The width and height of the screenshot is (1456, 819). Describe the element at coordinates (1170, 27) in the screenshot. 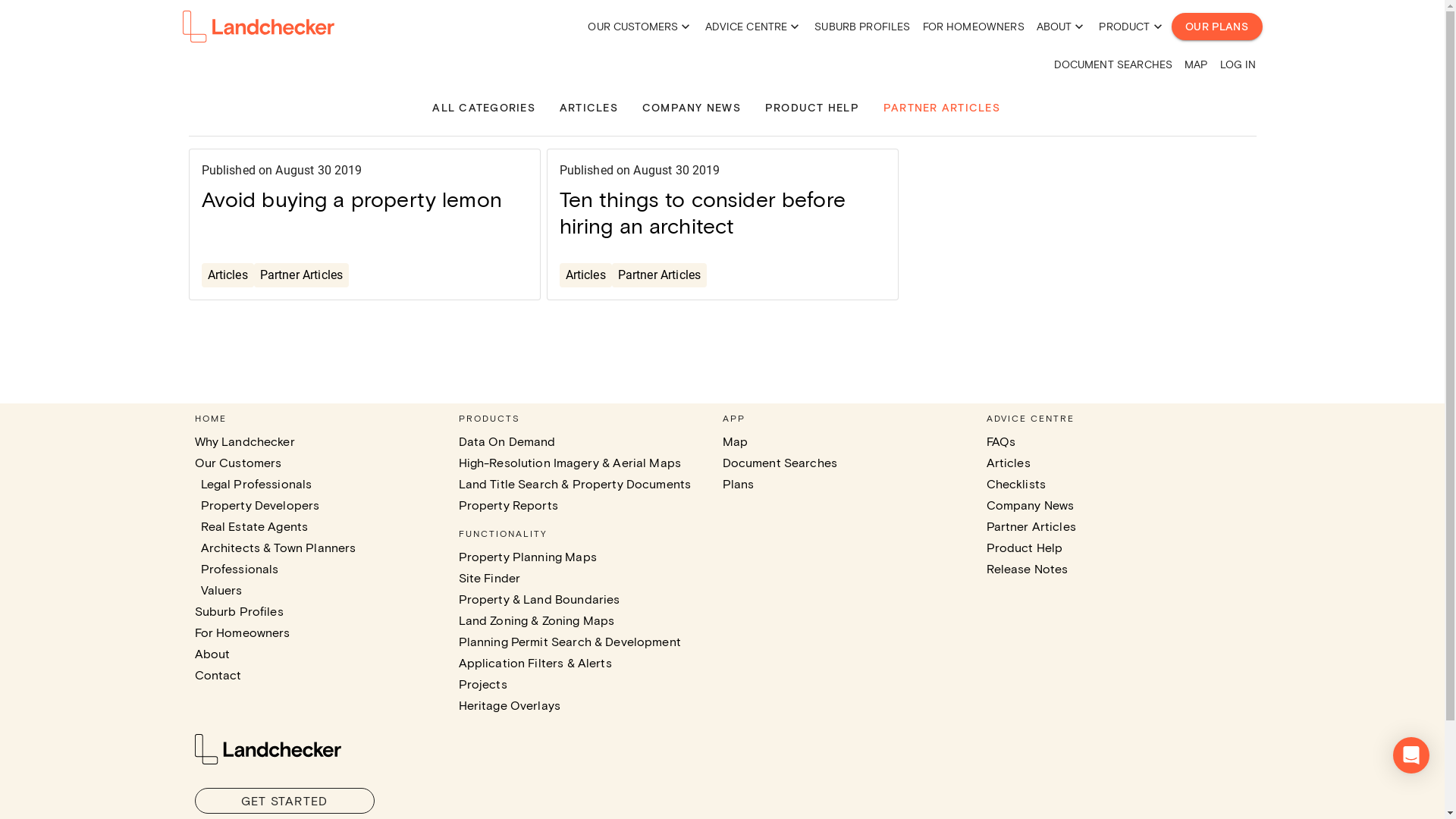

I see `'OUR PLANS'` at that location.